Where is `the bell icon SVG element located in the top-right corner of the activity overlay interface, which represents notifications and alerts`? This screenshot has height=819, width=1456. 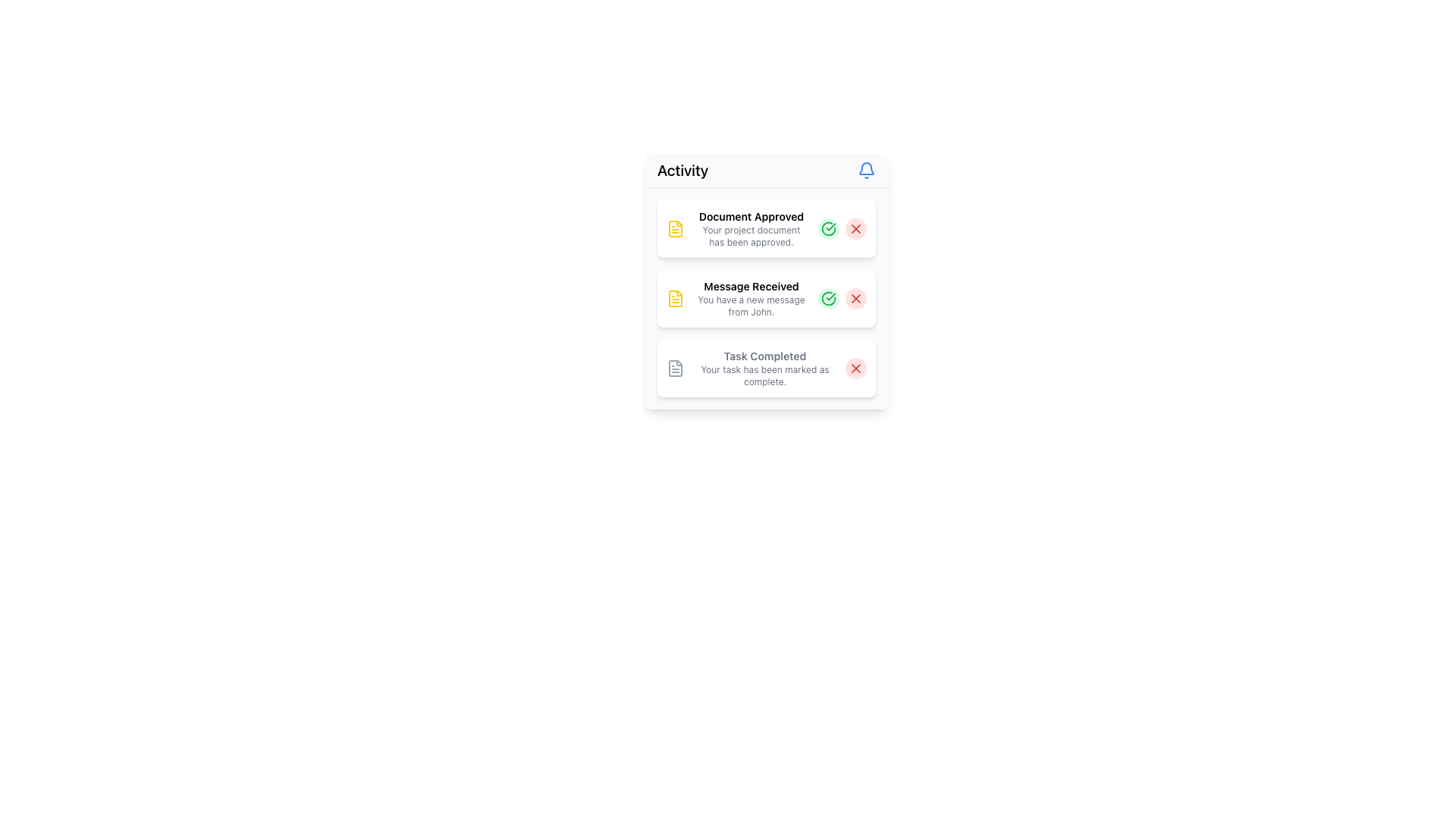
the bell icon SVG element located in the top-right corner of the activity overlay interface, which represents notifications and alerts is located at coordinates (866, 168).